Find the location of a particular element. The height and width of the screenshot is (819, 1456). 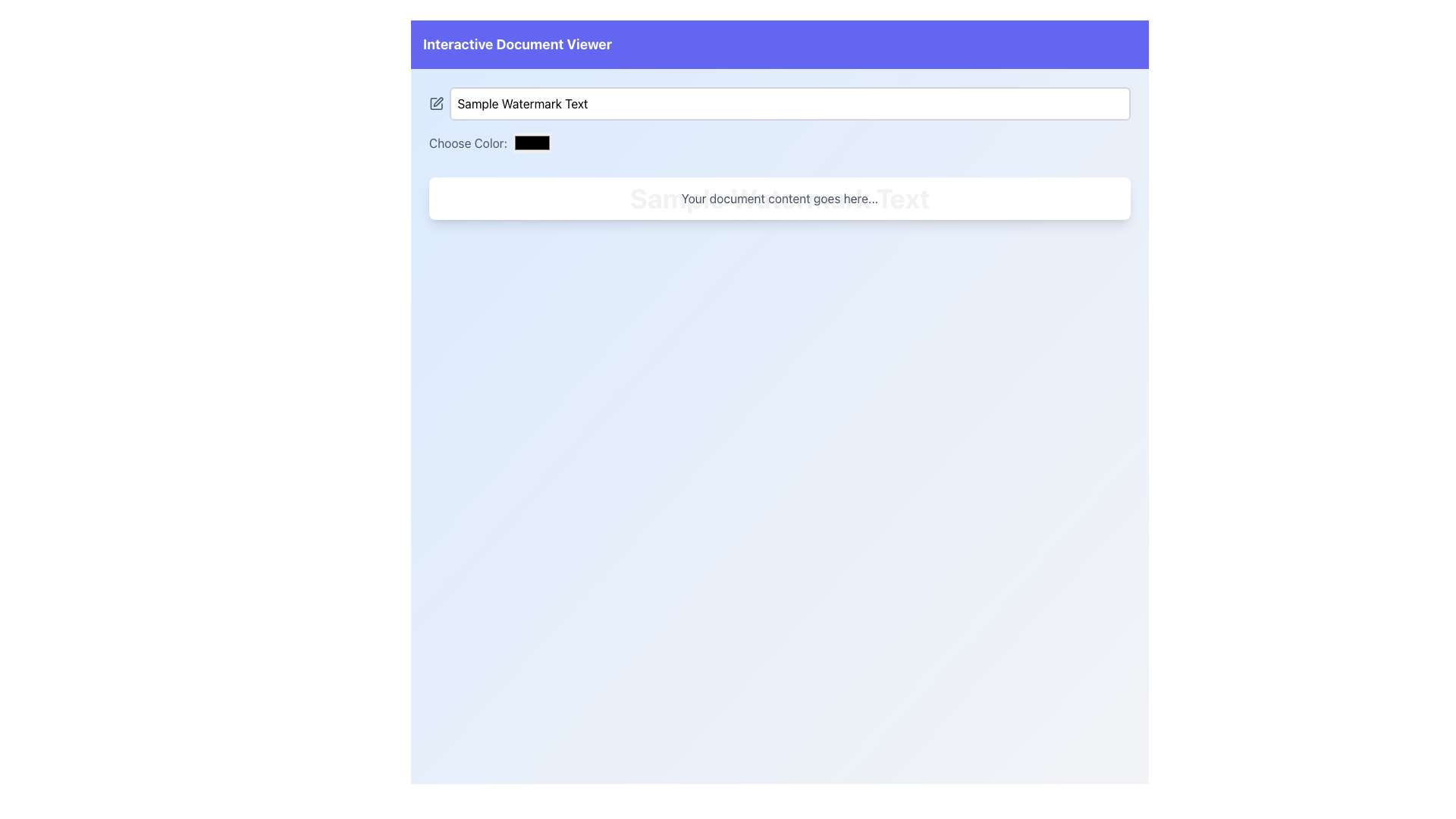

the color input field located to the right of the label 'Choose Color:' to set a color is located at coordinates (532, 143).